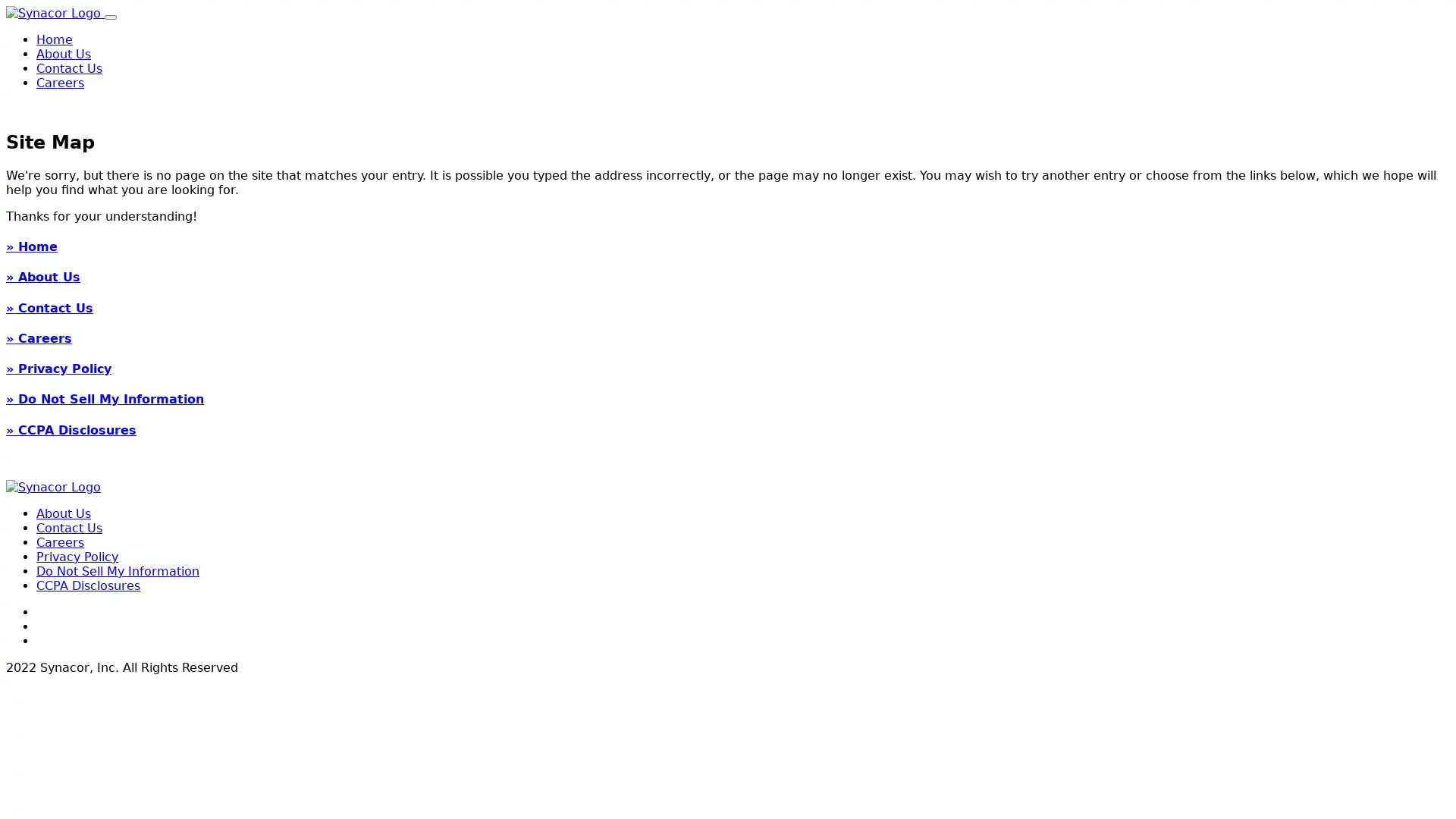 This screenshot has height=819, width=1456. What do you see at coordinates (109, 17) in the screenshot?
I see `Toggle navigation` at bounding box center [109, 17].